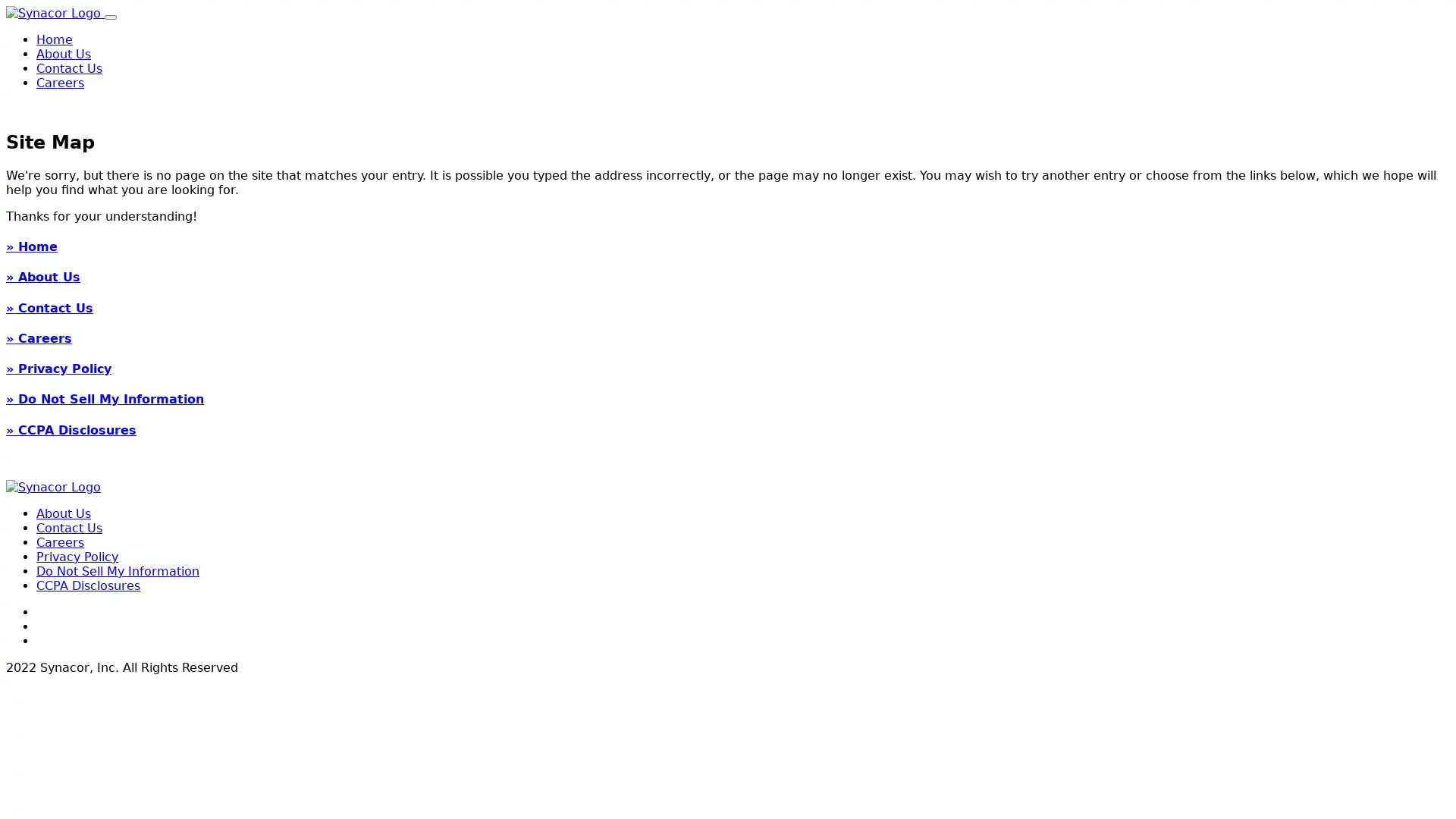 This screenshot has height=819, width=1456. What do you see at coordinates (109, 17) in the screenshot?
I see `Toggle navigation` at bounding box center [109, 17].